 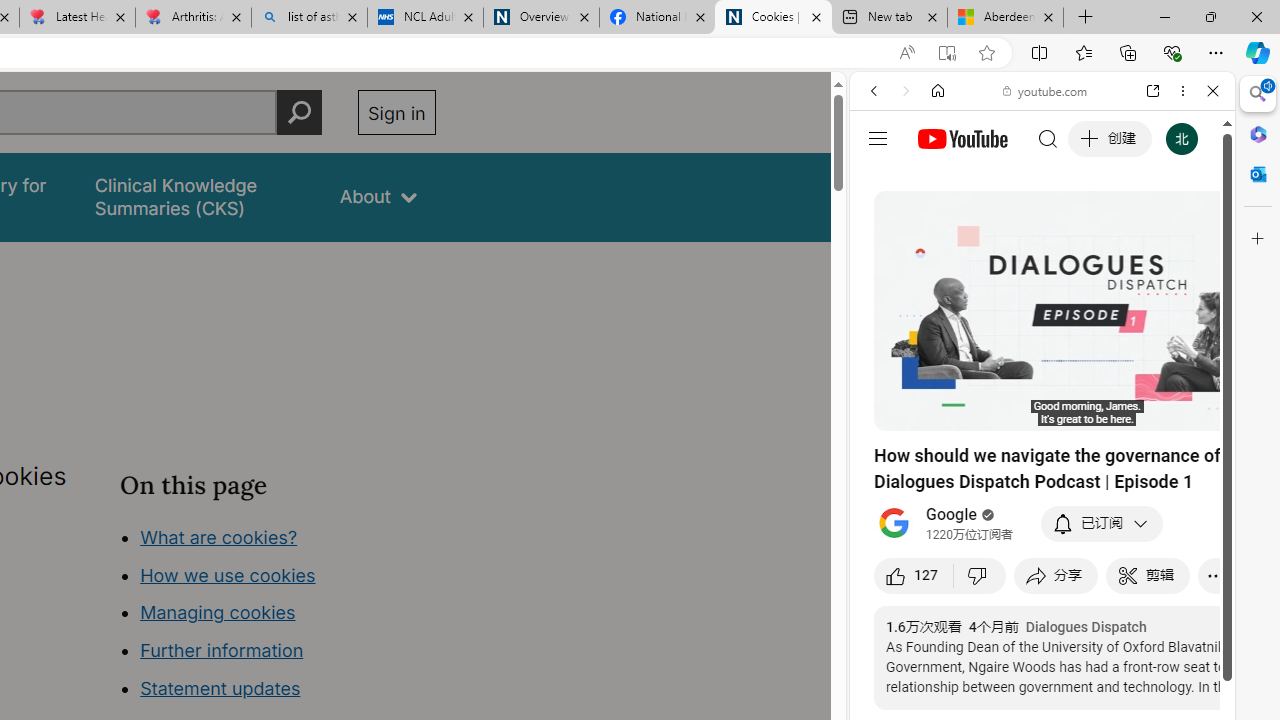 What do you see at coordinates (193, 17) in the screenshot?
I see `'Arthritis: Ask Health Professionals'` at bounding box center [193, 17].